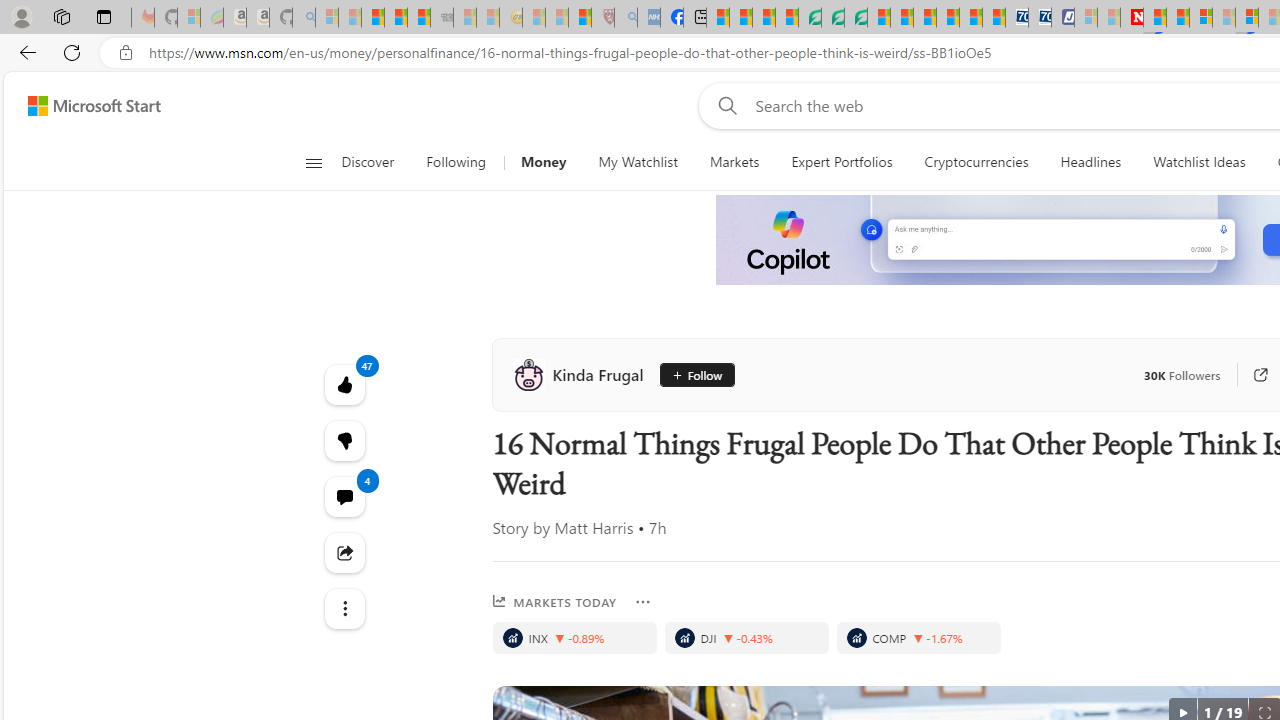 The height and width of the screenshot is (720, 1280). I want to click on 'World - MSN', so click(762, 17).